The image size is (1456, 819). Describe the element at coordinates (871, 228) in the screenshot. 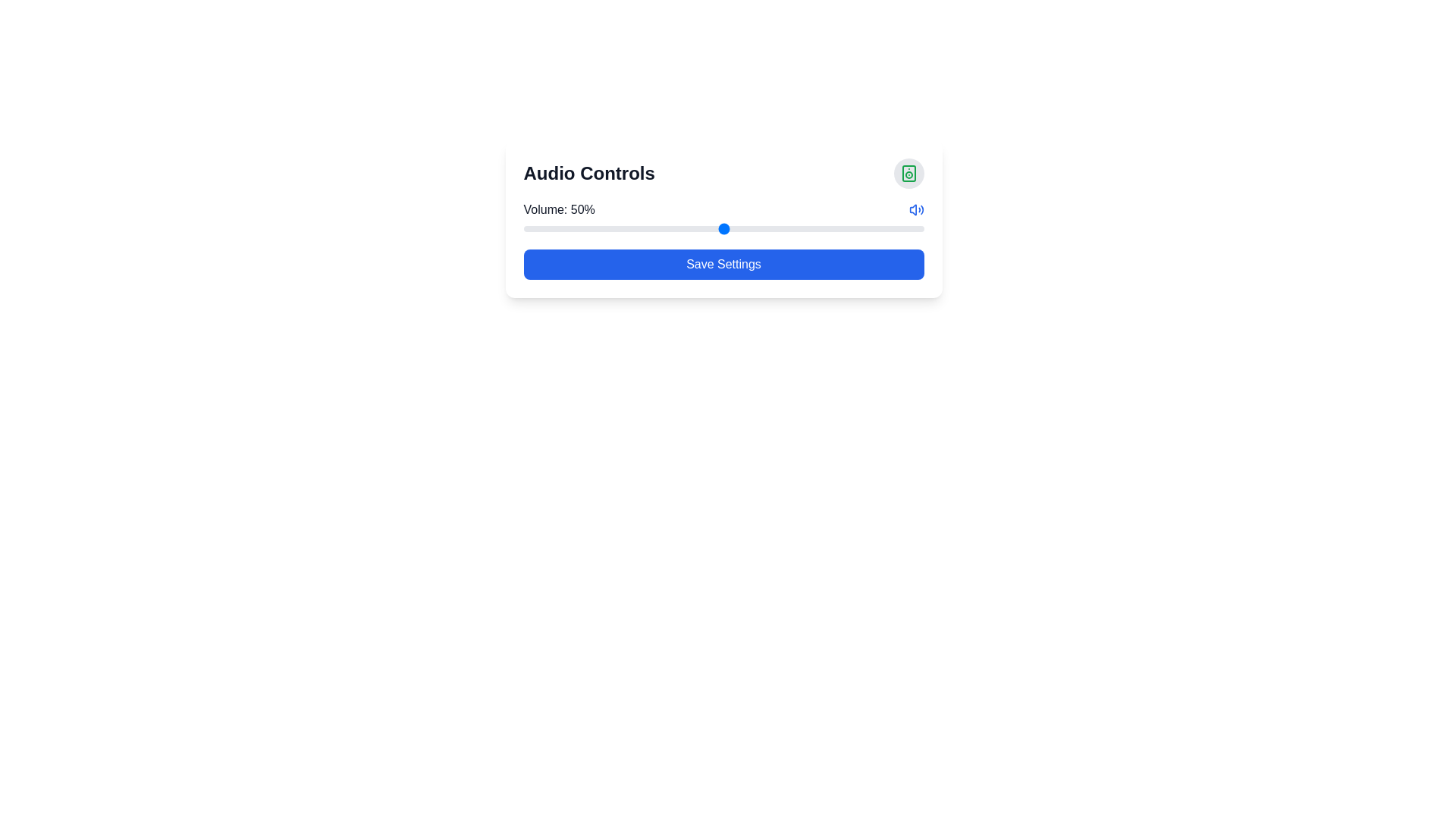

I see `the volume` at that location.